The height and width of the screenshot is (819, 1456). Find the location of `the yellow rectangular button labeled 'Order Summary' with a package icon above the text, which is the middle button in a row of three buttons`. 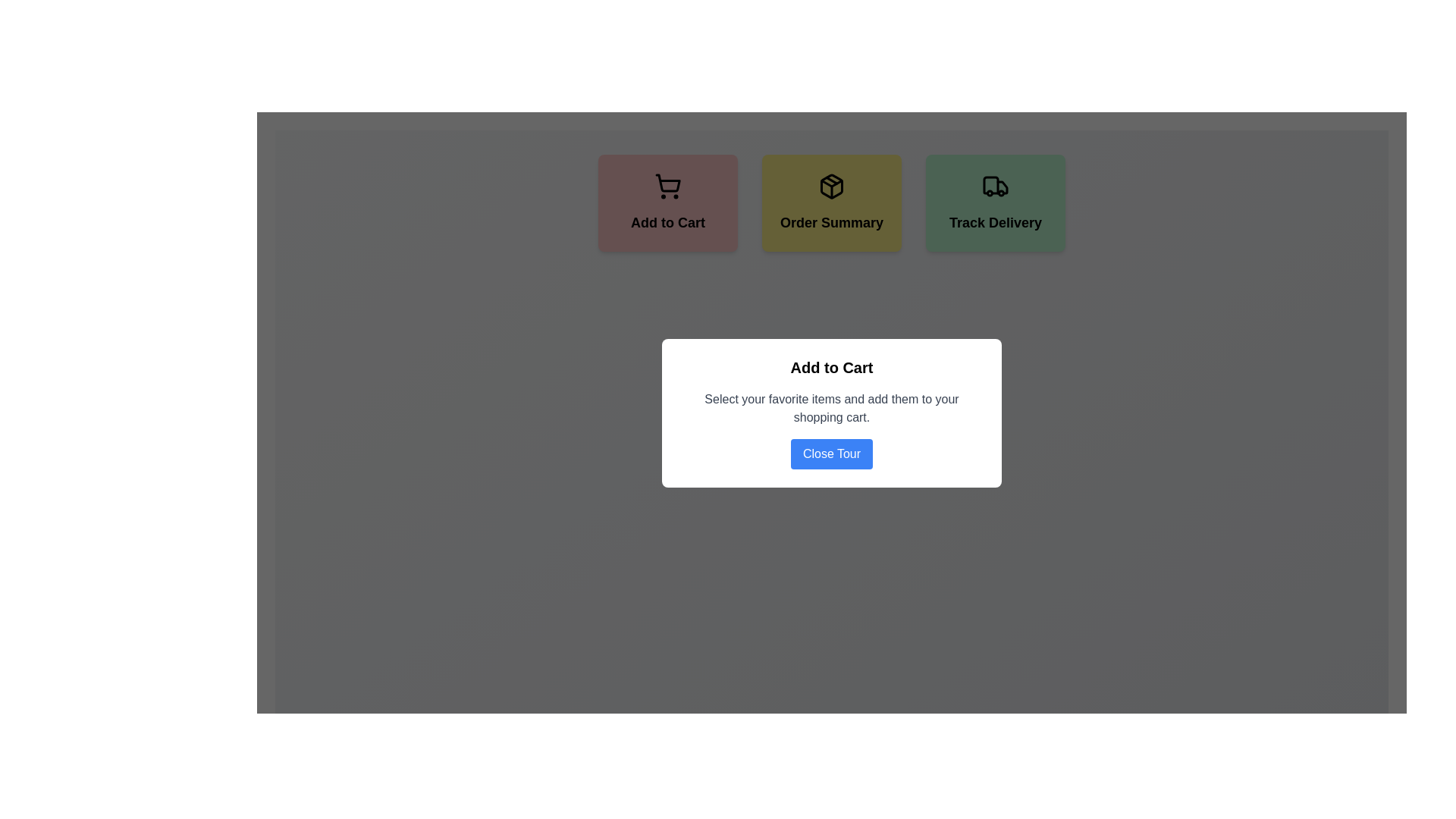

the yellow rectangular button labeled 'Order Summary' with a package icon above the text, which is the middle button in a row of three buttons is located at coordinates (831, 202).